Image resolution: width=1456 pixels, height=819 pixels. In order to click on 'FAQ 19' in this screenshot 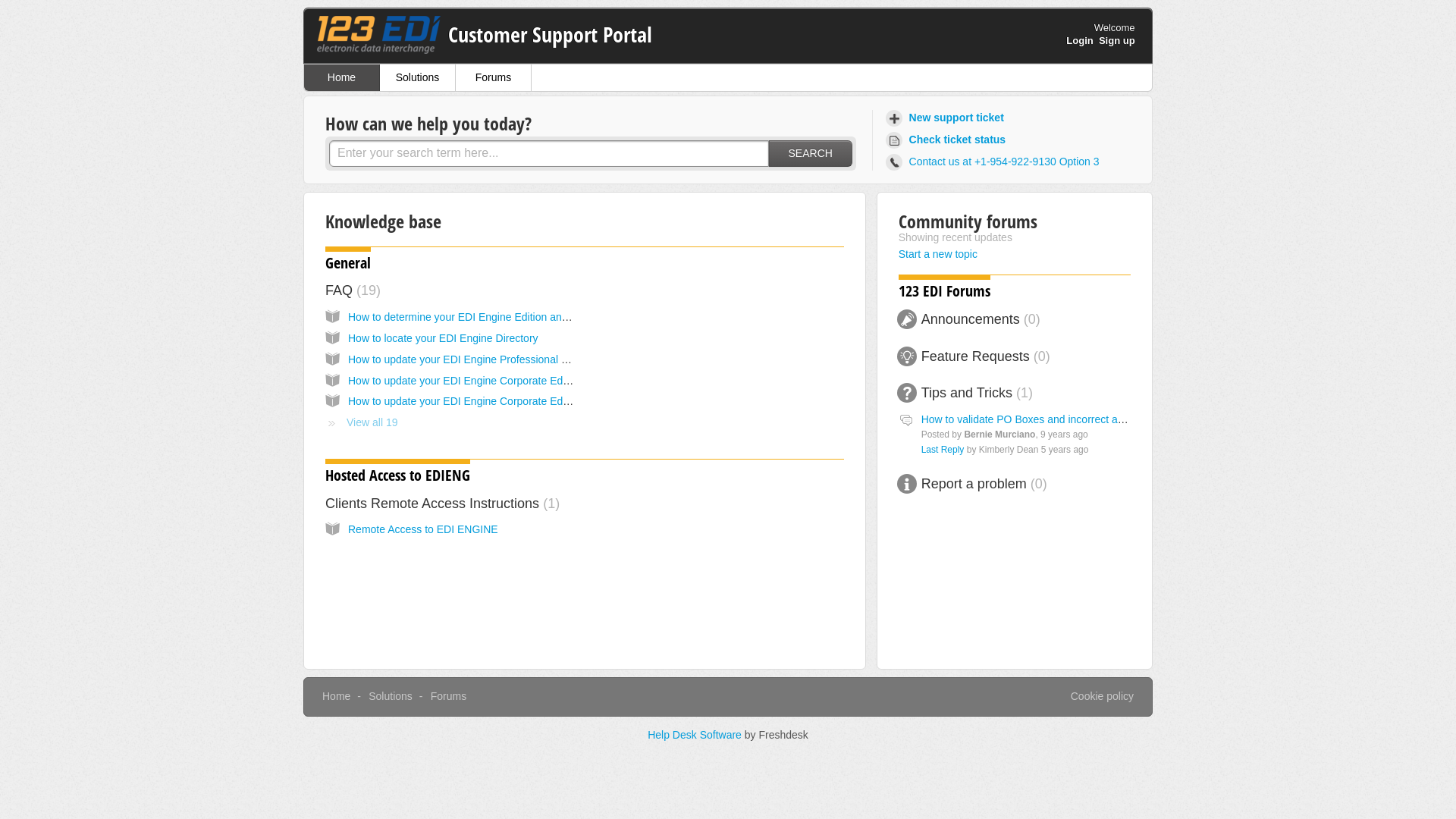, I will do `click(352, 290)`.